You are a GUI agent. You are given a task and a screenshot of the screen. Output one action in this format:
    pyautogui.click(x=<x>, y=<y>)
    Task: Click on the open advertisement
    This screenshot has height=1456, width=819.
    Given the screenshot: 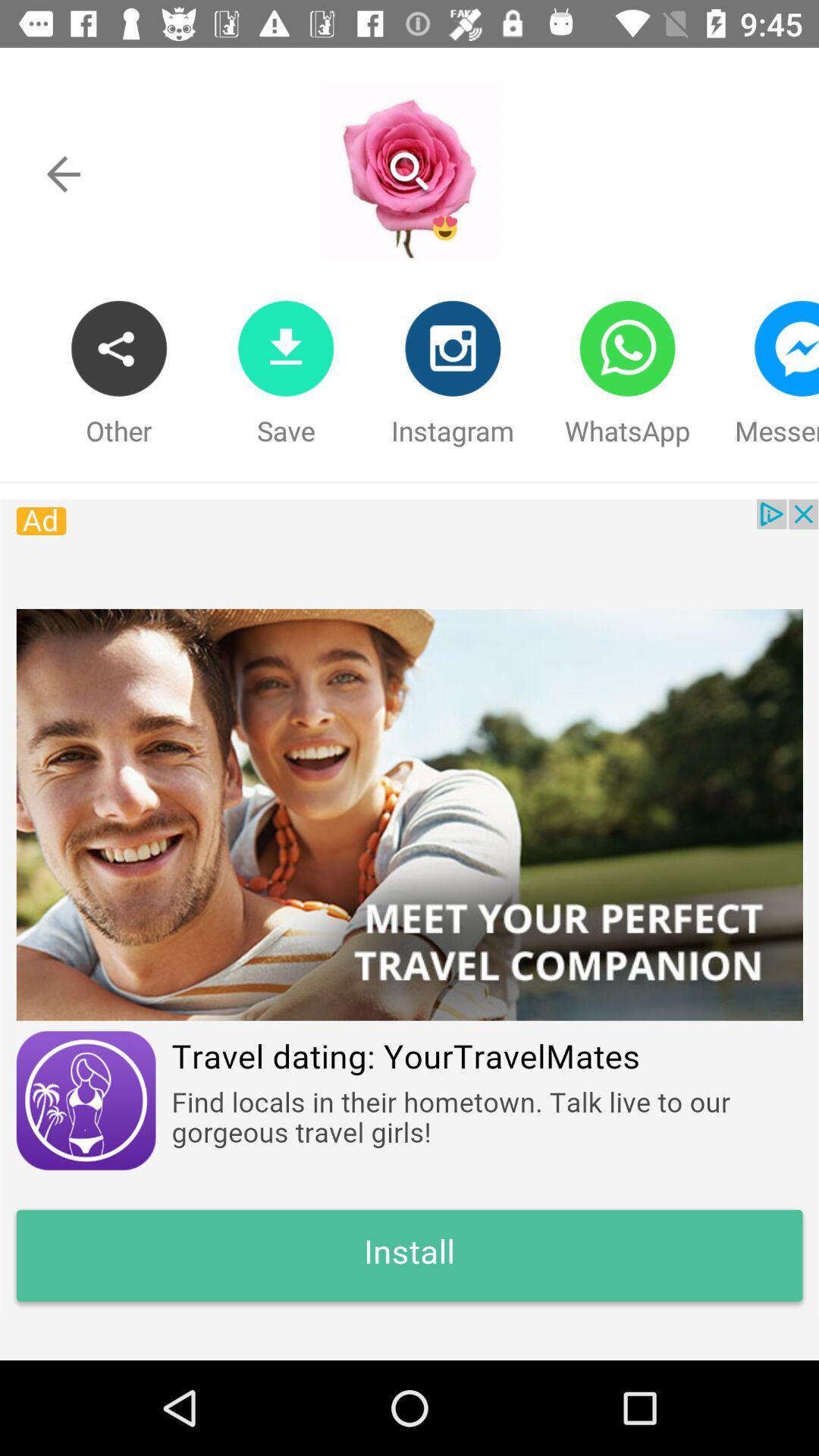 What is the action you would take?
    pyautogui.click(x=409, y=908)
    